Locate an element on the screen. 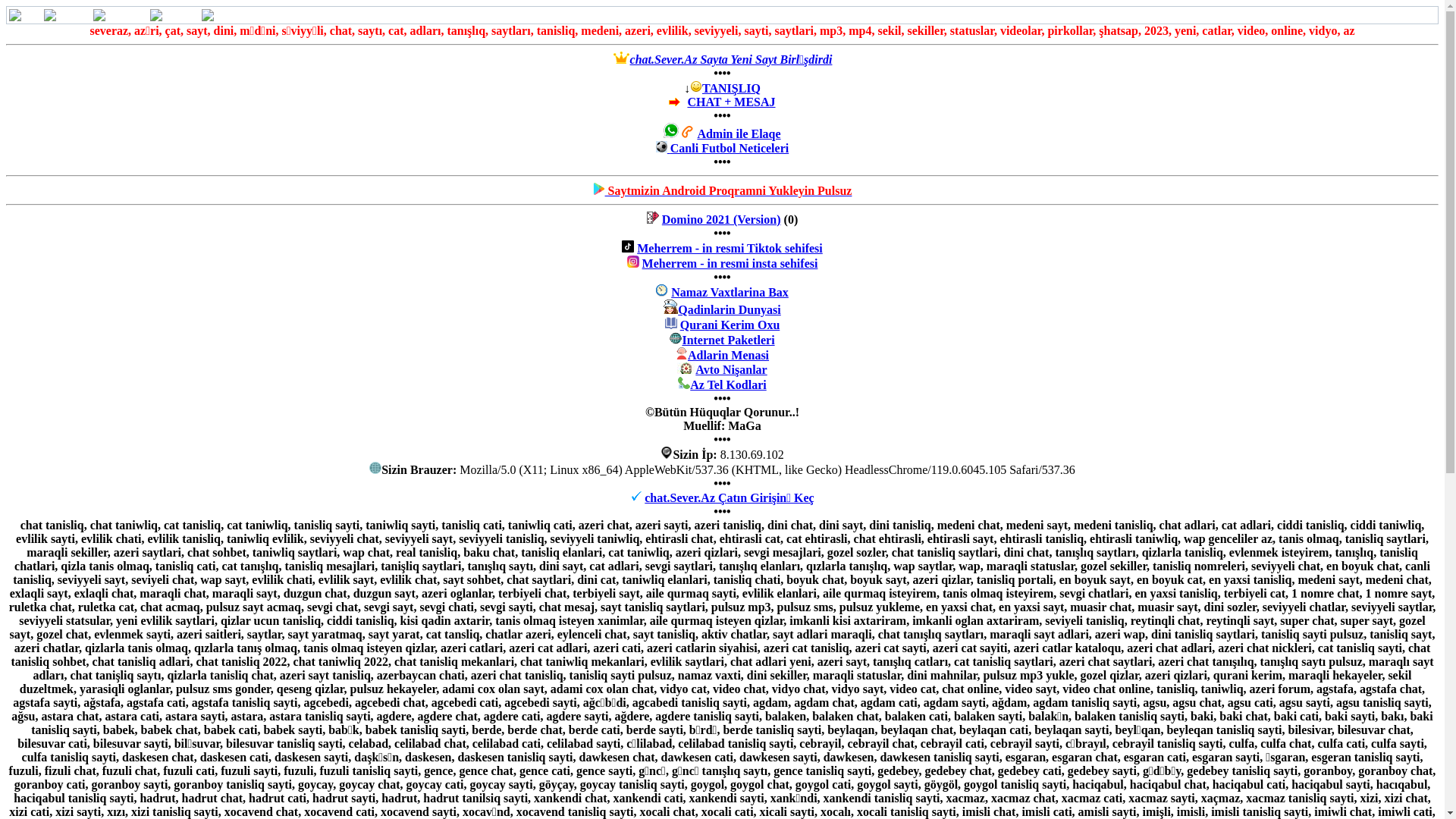 The height and width of the screenshot is (819, 1456). 'Internet Paketleri' is located at coordinates (728, 339).